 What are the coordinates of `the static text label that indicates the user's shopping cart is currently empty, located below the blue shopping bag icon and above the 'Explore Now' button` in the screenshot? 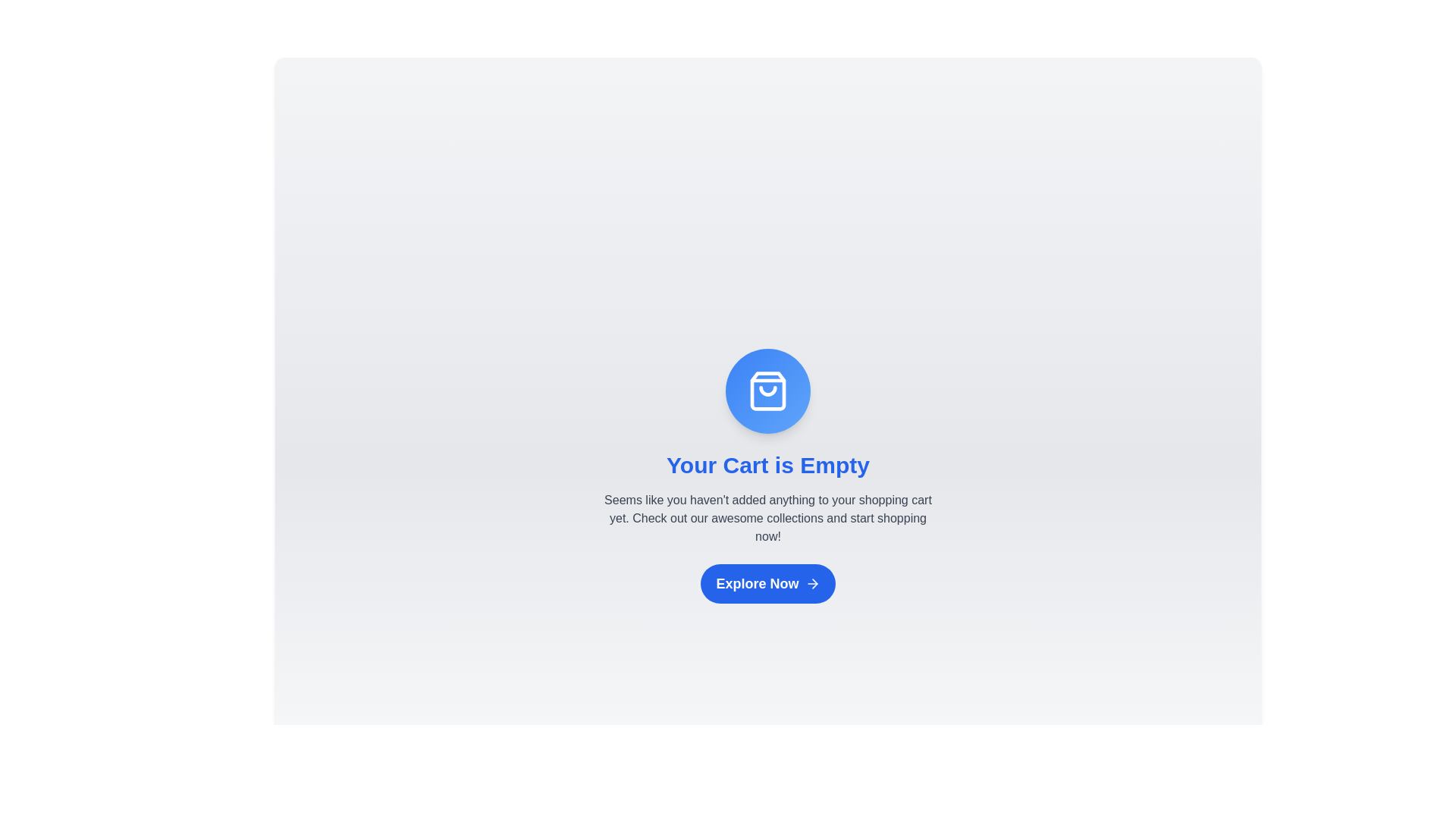 It's located at (767, 464).